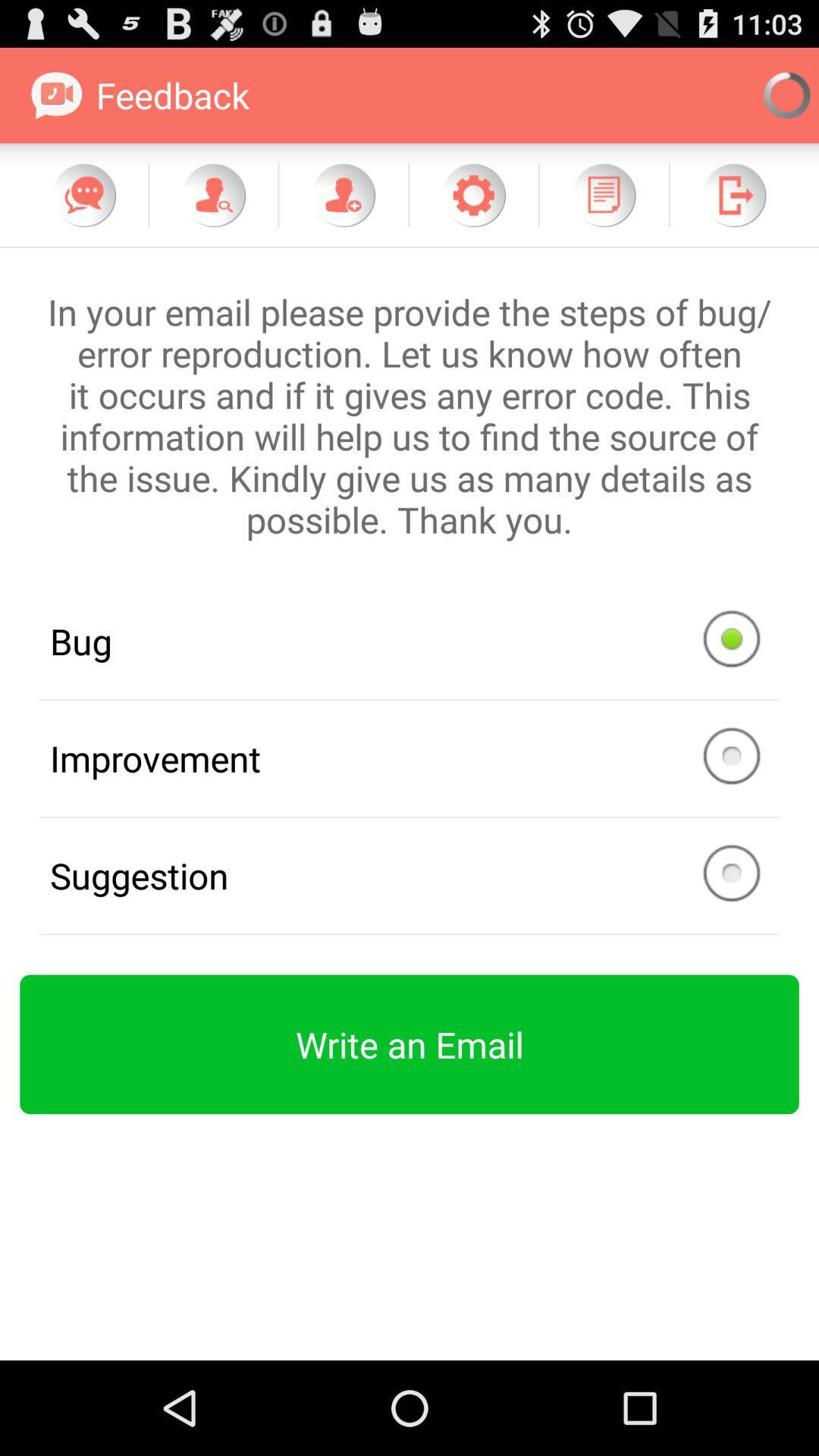  Describe the element at coordinates (733, 194) in the screenshot. I see `send to` at that location.